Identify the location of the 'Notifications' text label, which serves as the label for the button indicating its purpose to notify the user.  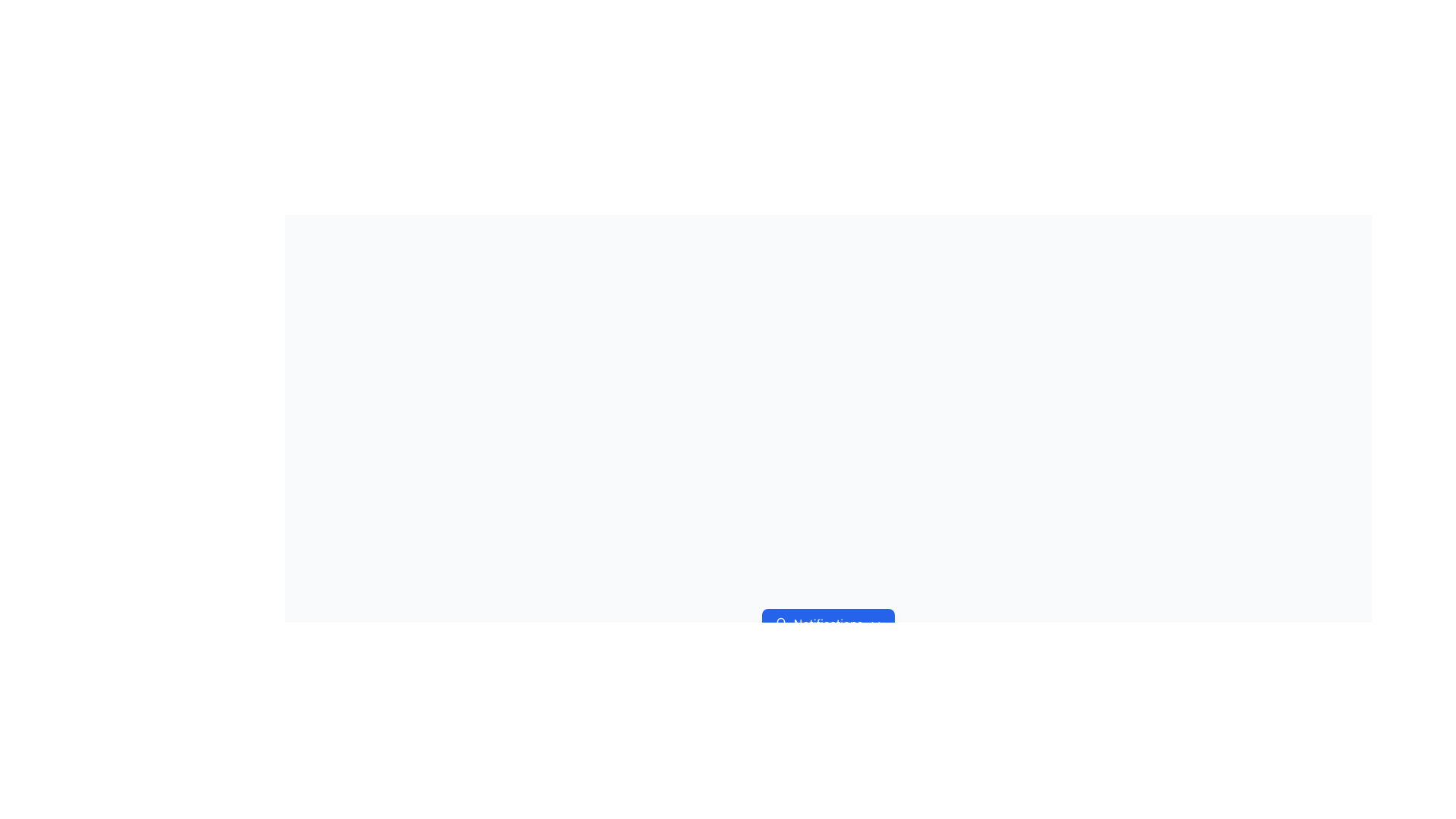
(827, 623).